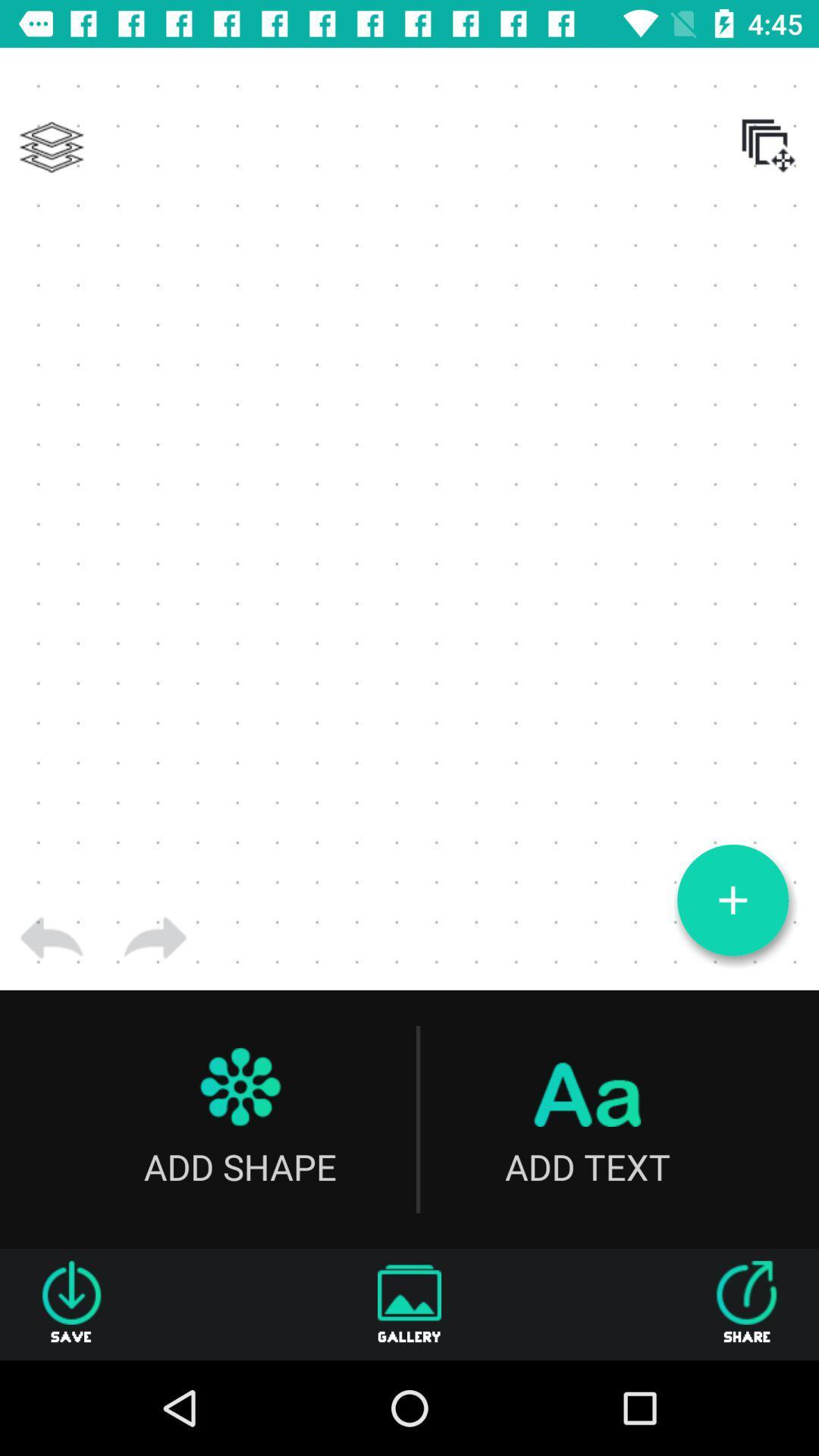 This screenshot has width=819, height=1456. What do you see at coordinates (51, 147) in the screenshot?
I see `to library` at bounding box center [51, 147].